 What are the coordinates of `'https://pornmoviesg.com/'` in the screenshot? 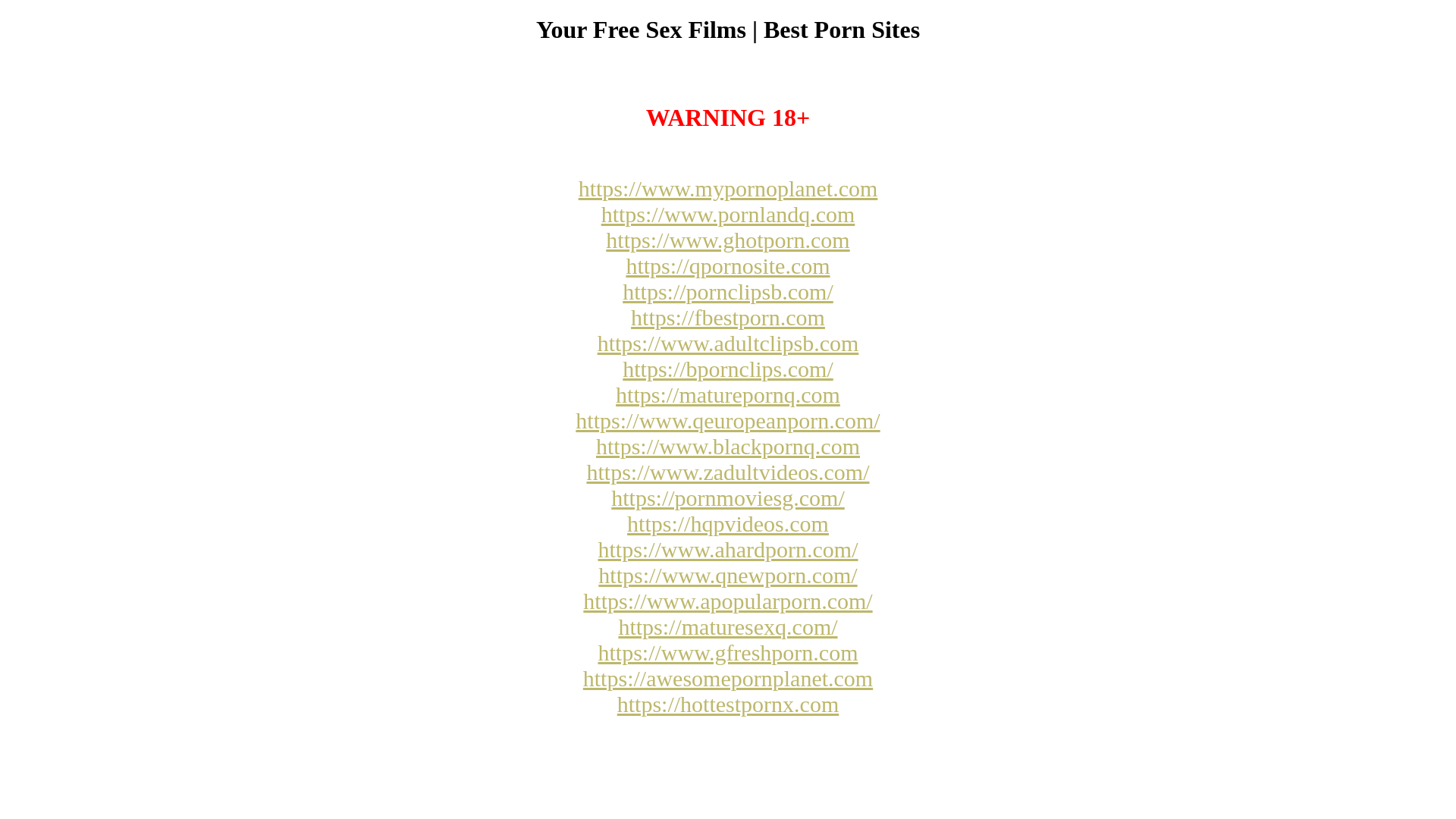 It's located at (728, 497).